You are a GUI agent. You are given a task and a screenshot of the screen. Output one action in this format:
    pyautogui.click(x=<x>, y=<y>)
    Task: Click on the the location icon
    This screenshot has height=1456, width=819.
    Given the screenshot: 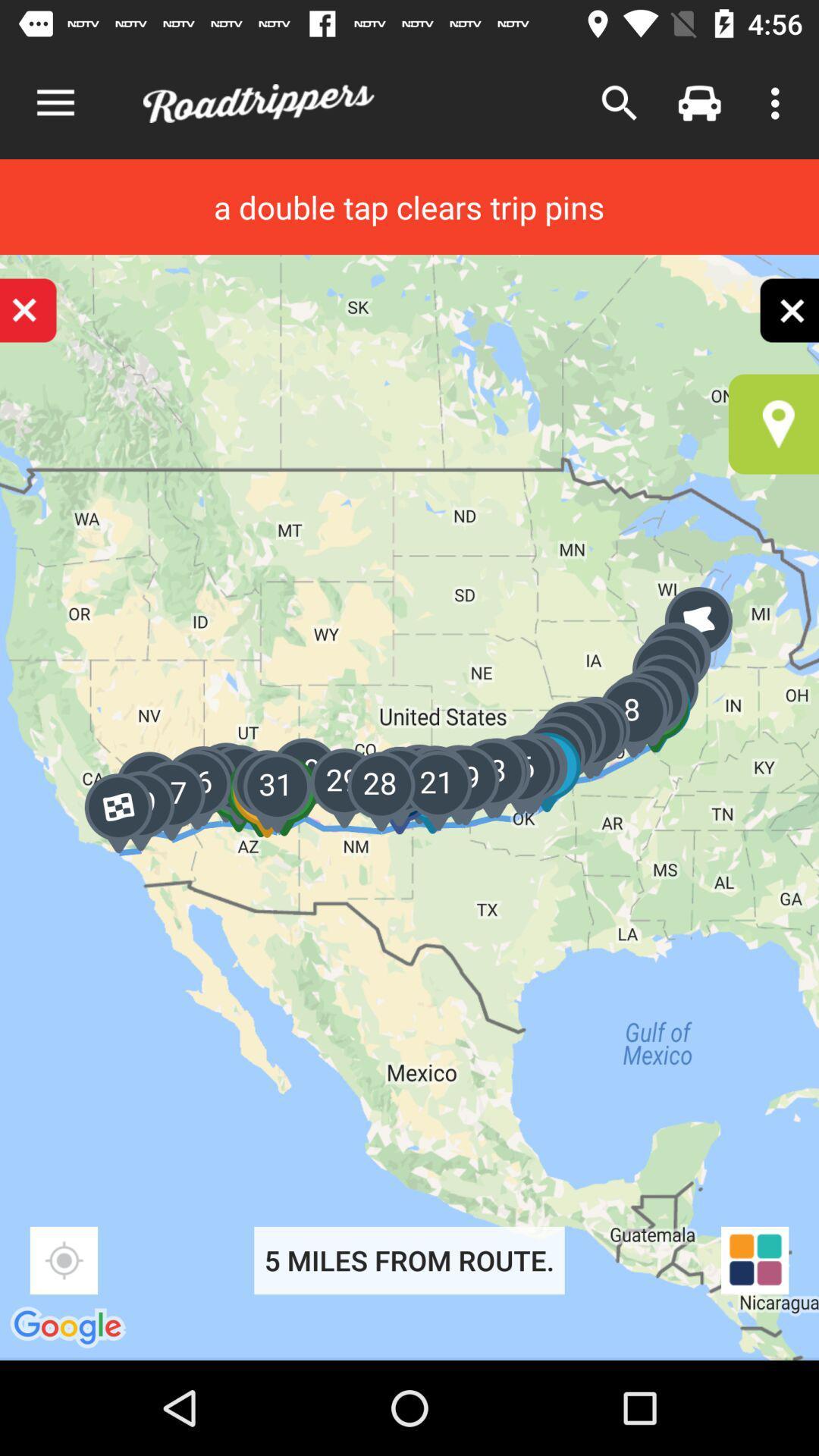 What is the action you would take?
    pyautogui.click(x=773, y=424)
    